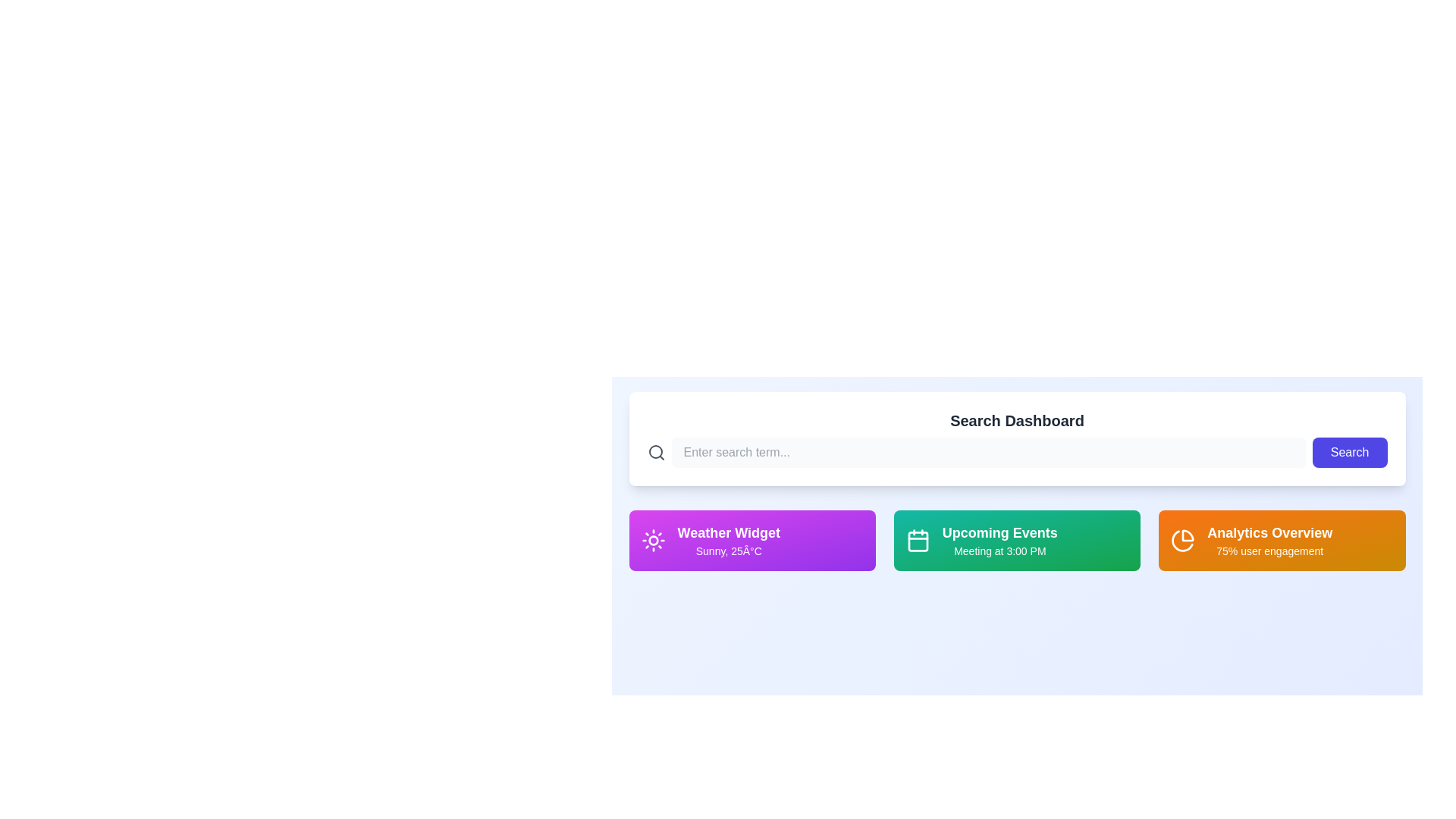  I want to click on the text label displaying 'Sunny, 25°C' which is part of the 'Weather Widget' in the top-left region of the dashboard, so click(729, 551).